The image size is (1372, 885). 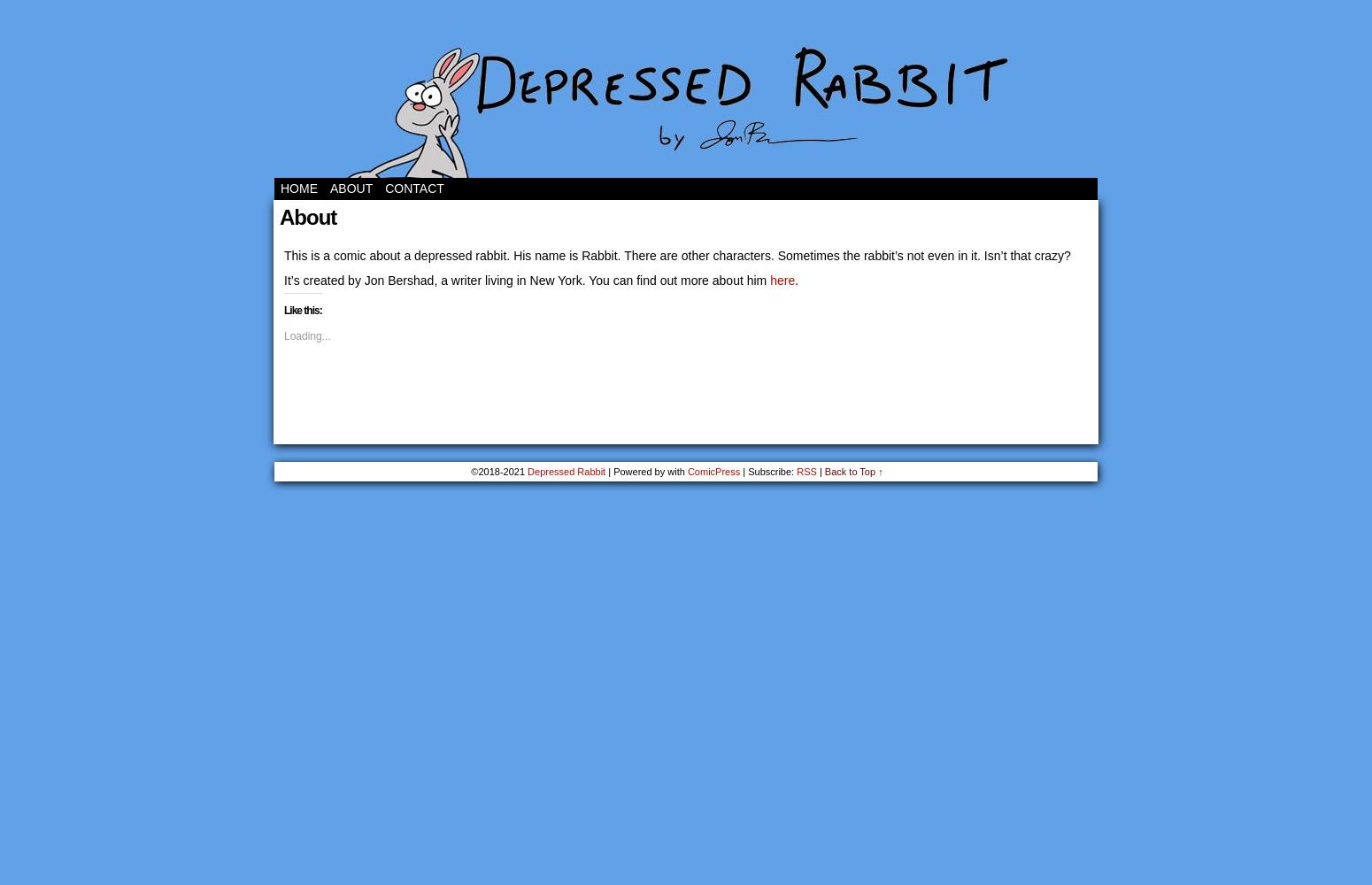 What do you see at coordinates (713, 472) in the screenshot?
I see `'ComicPress'` at bounding box center [713, 472].